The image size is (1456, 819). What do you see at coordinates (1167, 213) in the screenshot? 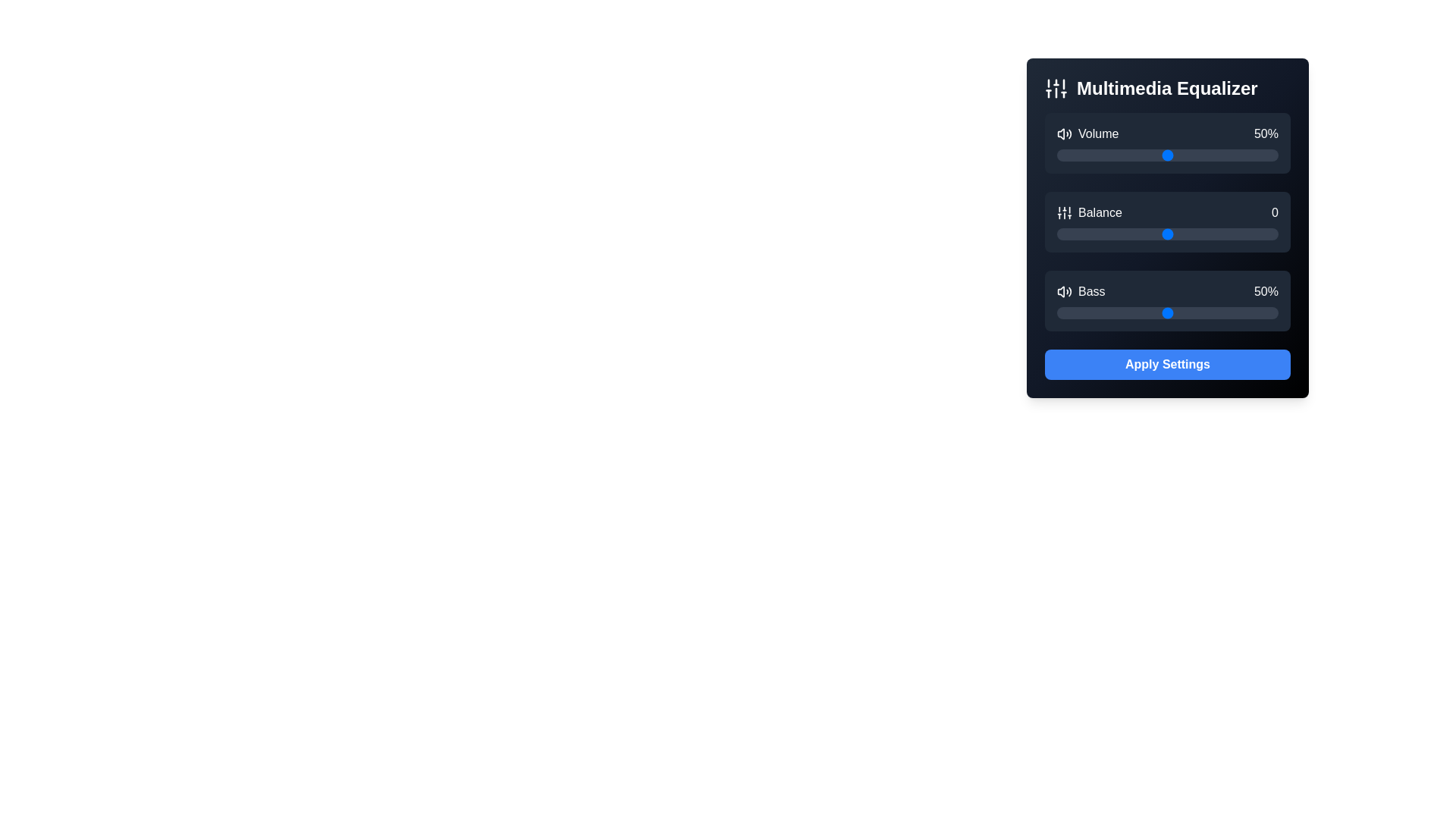
I see `the interactive balance adjustment slider located centrally beneath the 'Balance' label and the '0' value to change the balance value` at bounding box center [1167, 213].